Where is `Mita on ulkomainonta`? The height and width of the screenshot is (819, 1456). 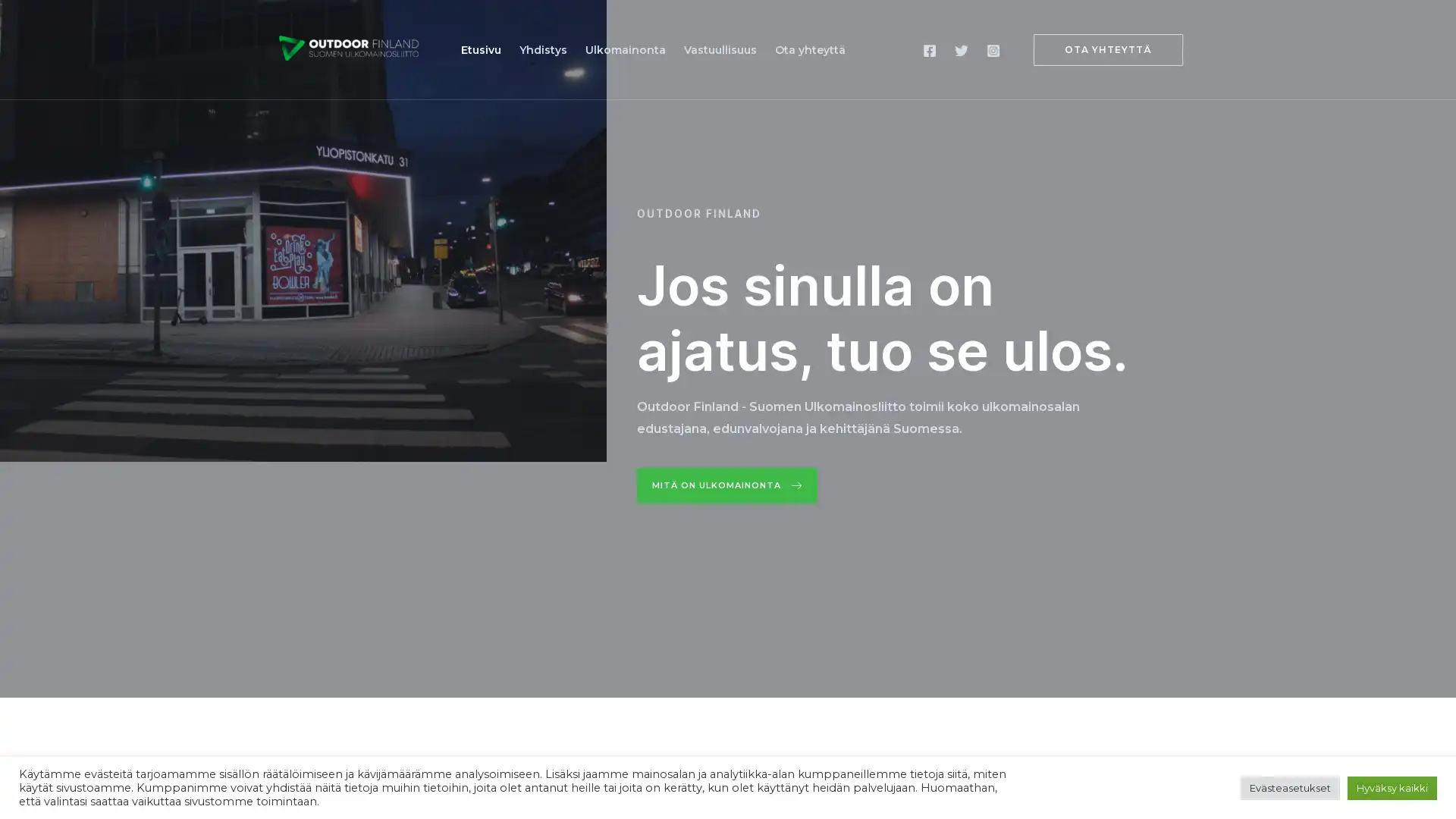
Mita on ulkomainonta is located at coordinates (739, 485).